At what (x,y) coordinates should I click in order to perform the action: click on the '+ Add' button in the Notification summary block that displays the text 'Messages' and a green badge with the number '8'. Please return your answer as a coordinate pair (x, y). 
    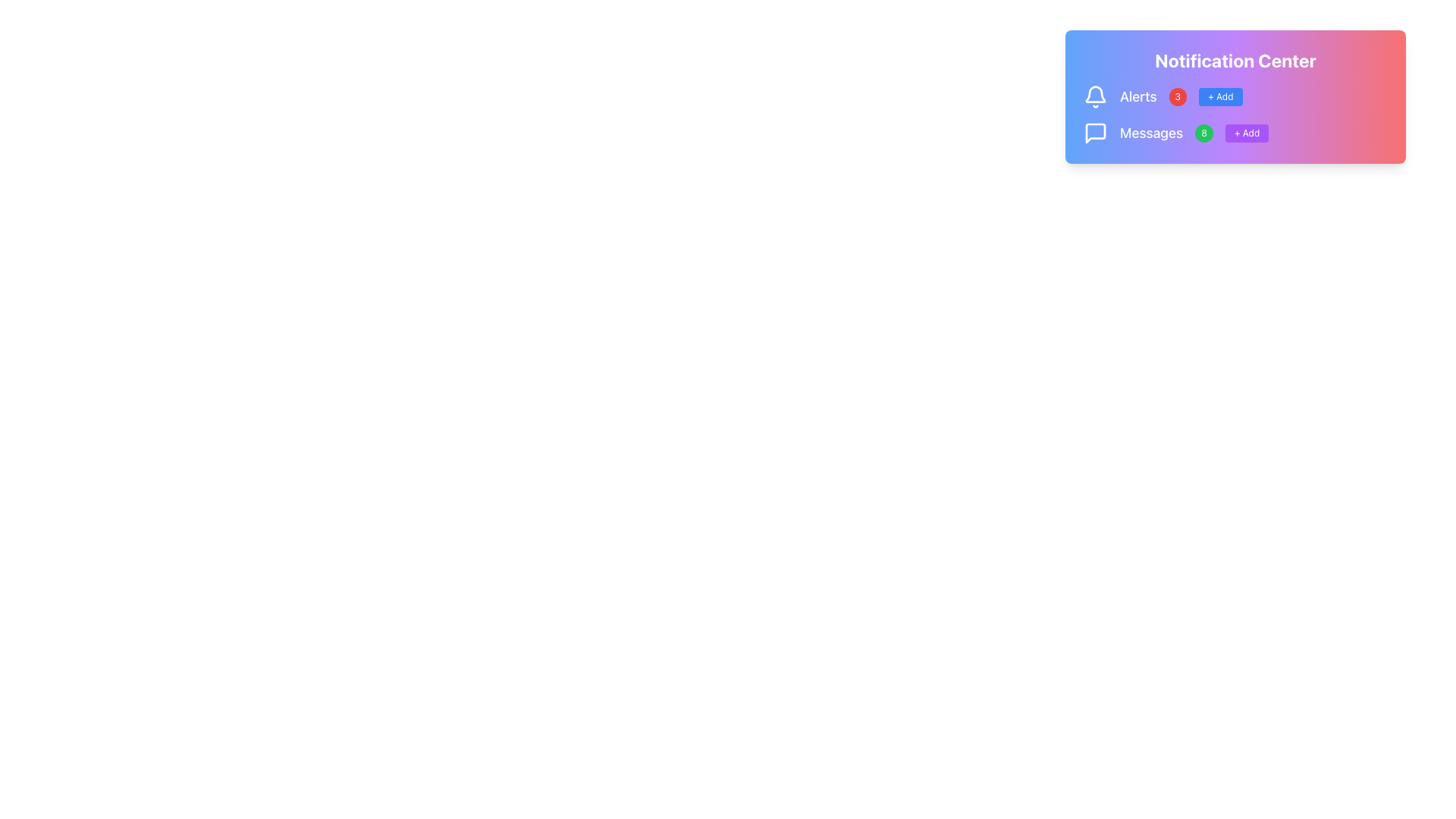
    Looking at the image, I should click on (1235, 133).